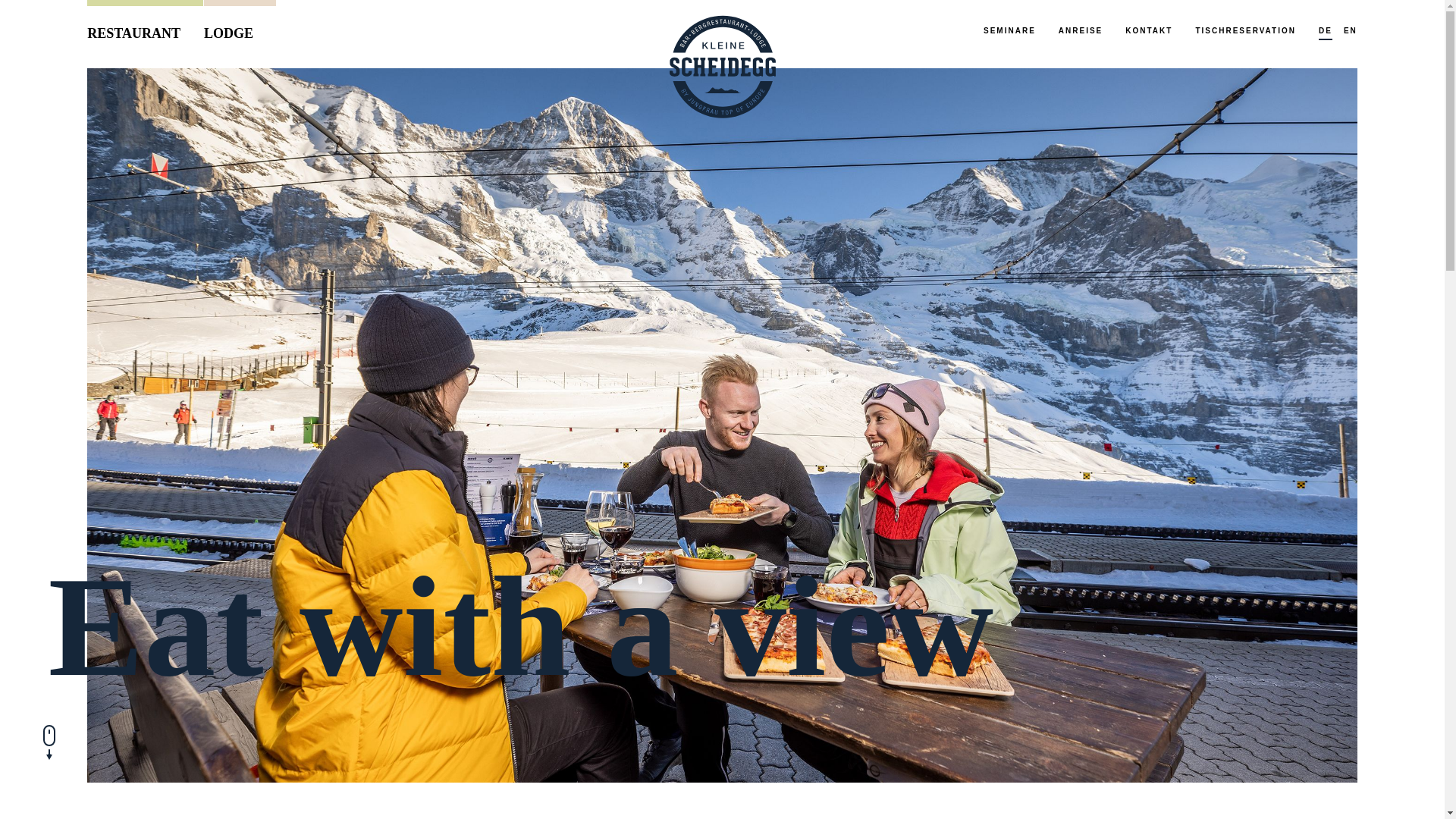  Describe the element at coordinates (1080, 31) in the screenshot. I see `'ANREISE'` at that location.